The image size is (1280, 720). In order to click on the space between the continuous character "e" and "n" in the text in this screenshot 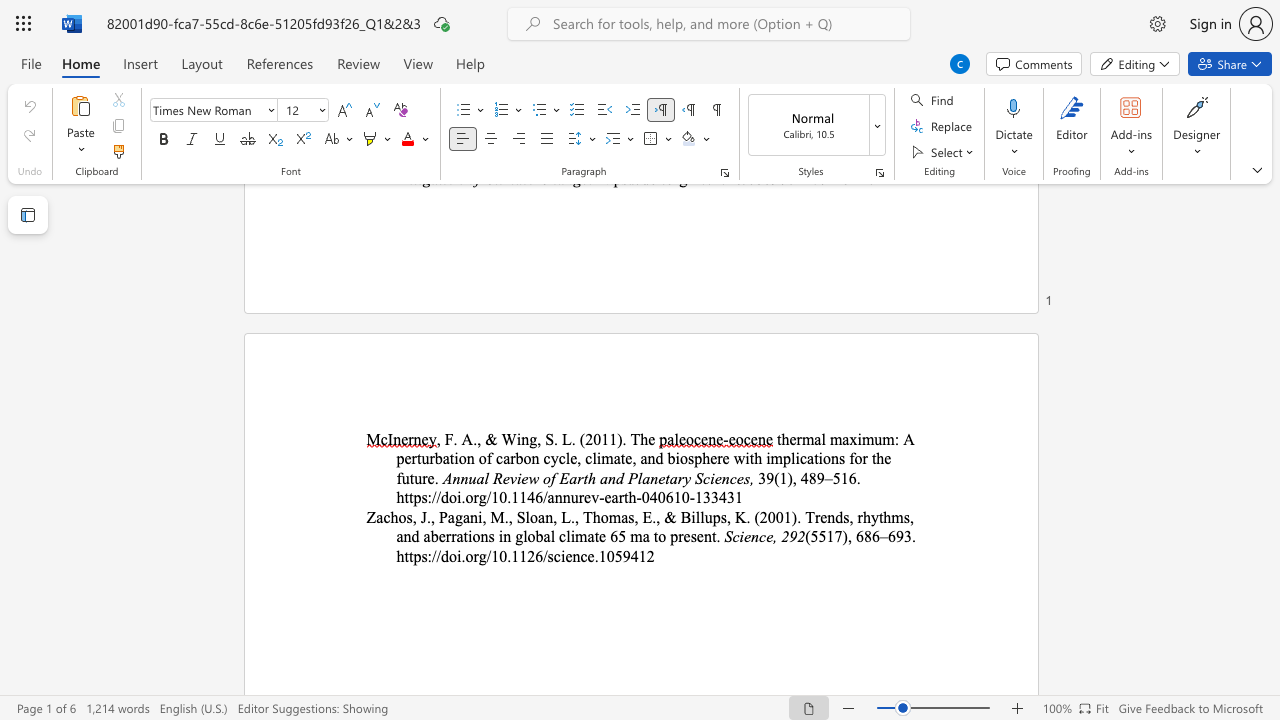, I will do `click(720, 478)`.